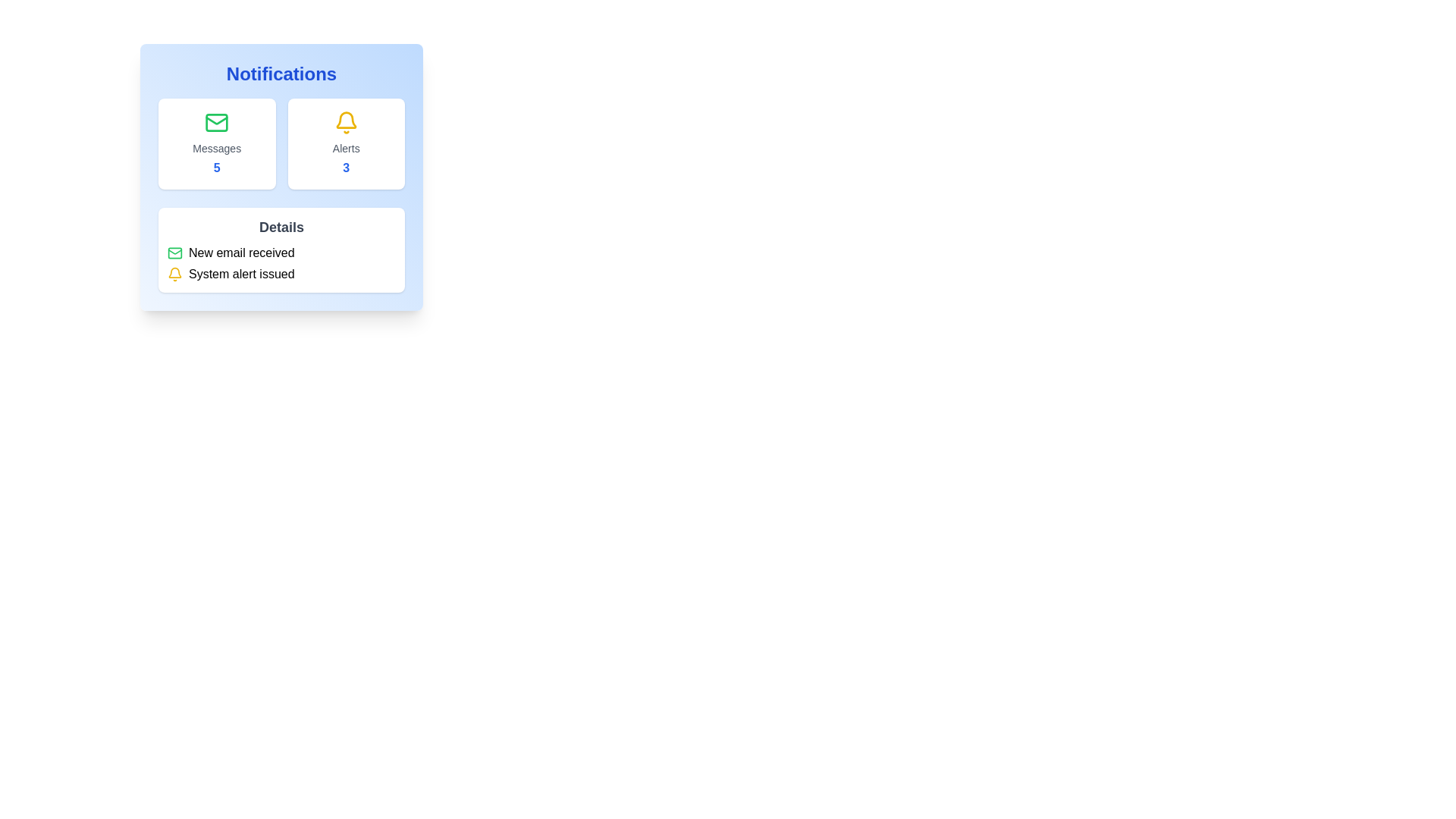 This screenshot has height=819, width=1456. What do you see at coordinates (216, 120) in the screenshot?
I see `the envelope icon representing mail or messages in the 'Messages' section of the 'Notifications' panel` at bounding box center [216, 120].